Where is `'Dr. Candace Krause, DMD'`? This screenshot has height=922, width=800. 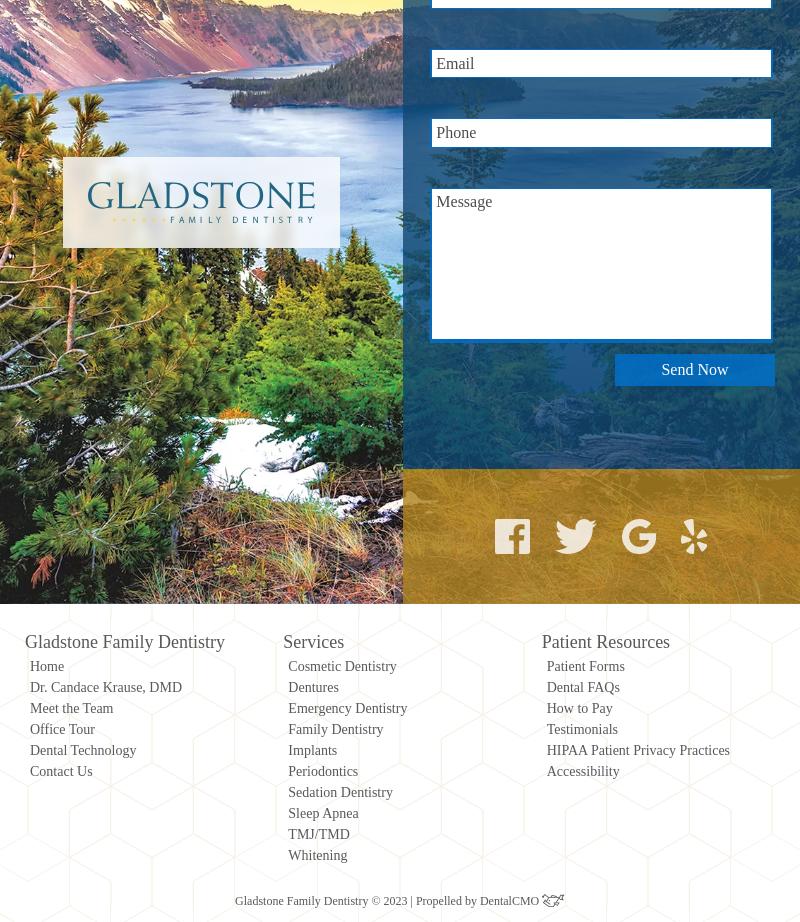
'Dr. Candace Krause, DMD' is located at coordinates (105, 686).